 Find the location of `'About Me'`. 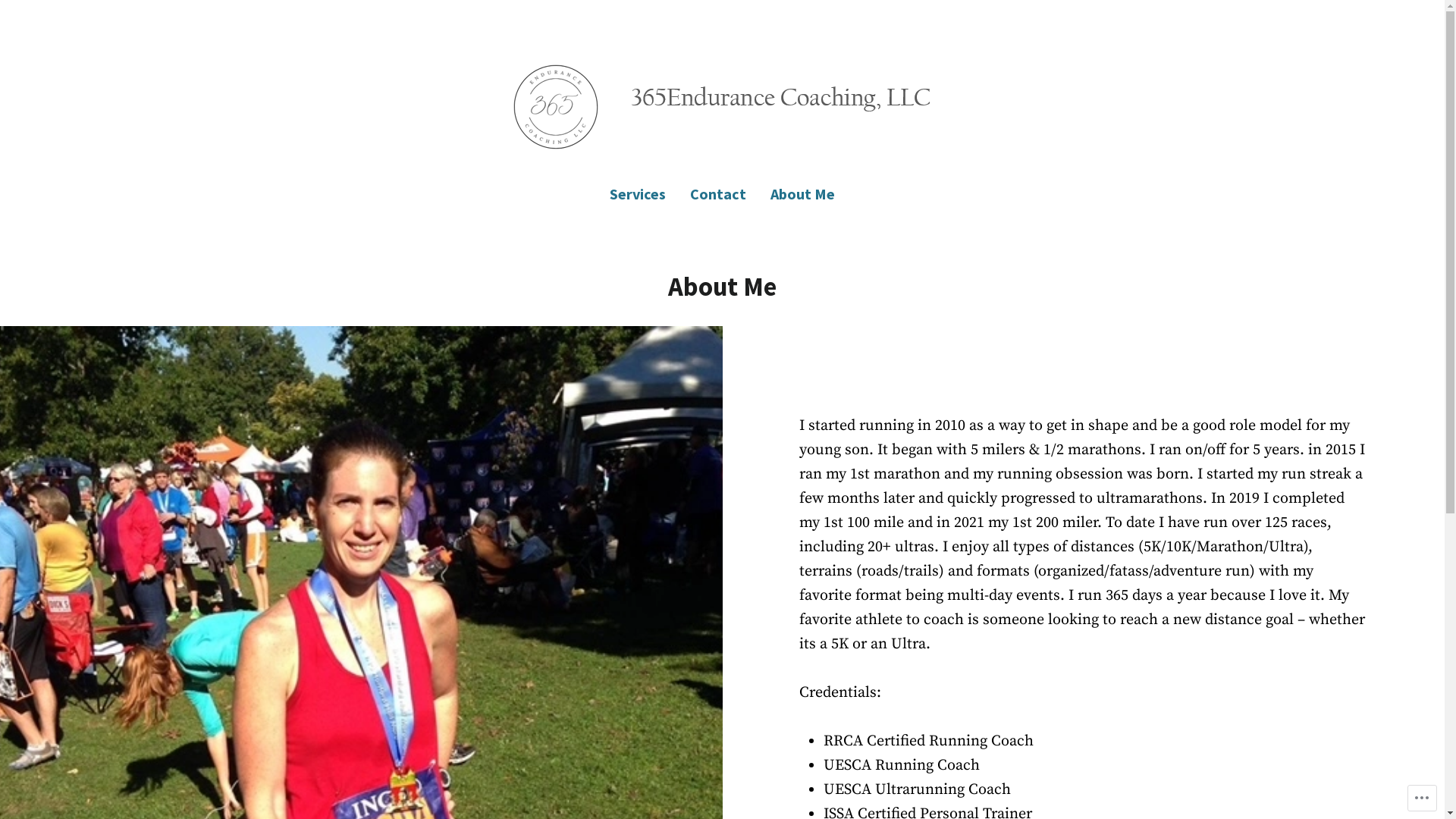

'About Me' is located at coordinates (795, 193).